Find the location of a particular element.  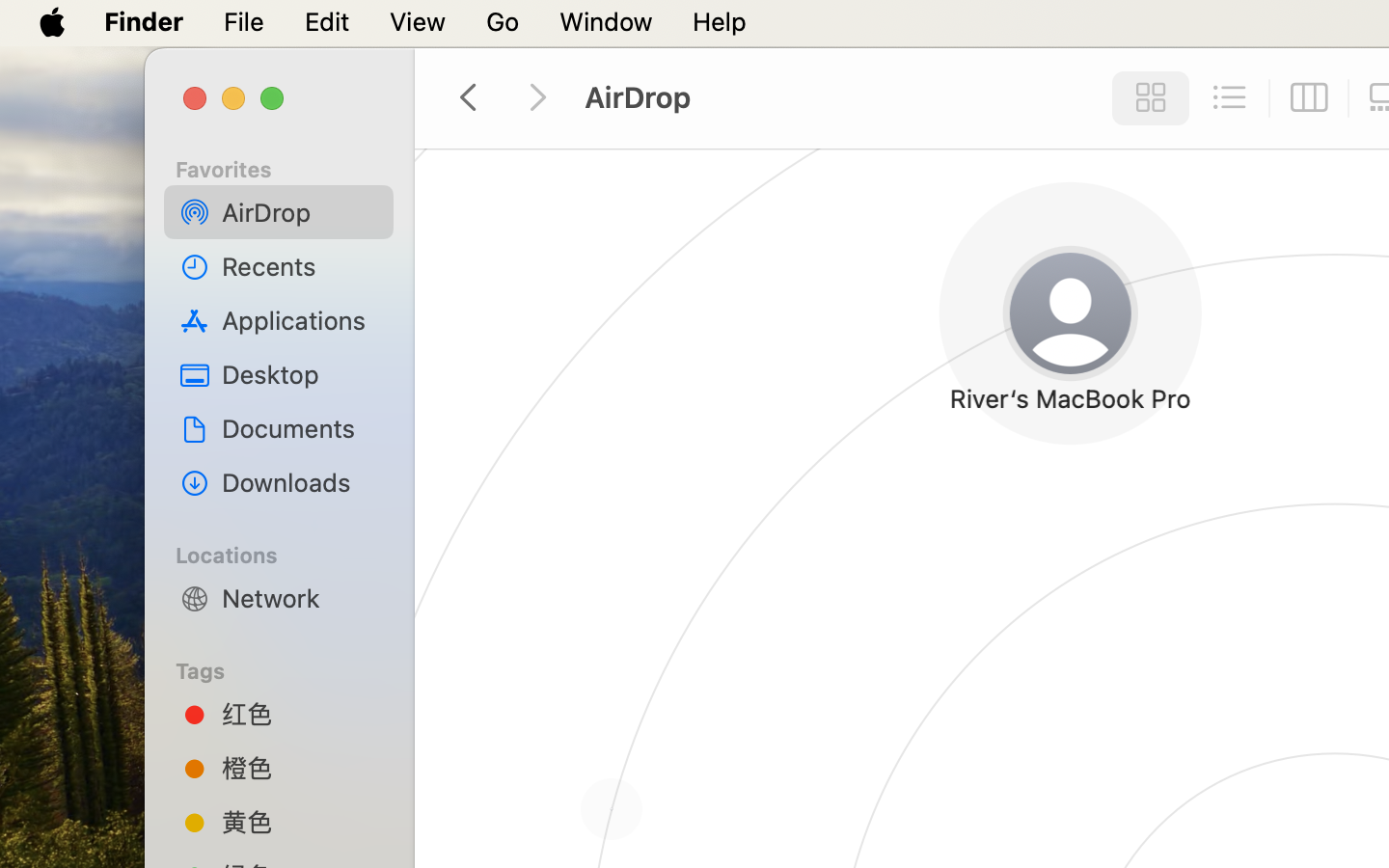

'Recents' is located at coordinates (300, 265).